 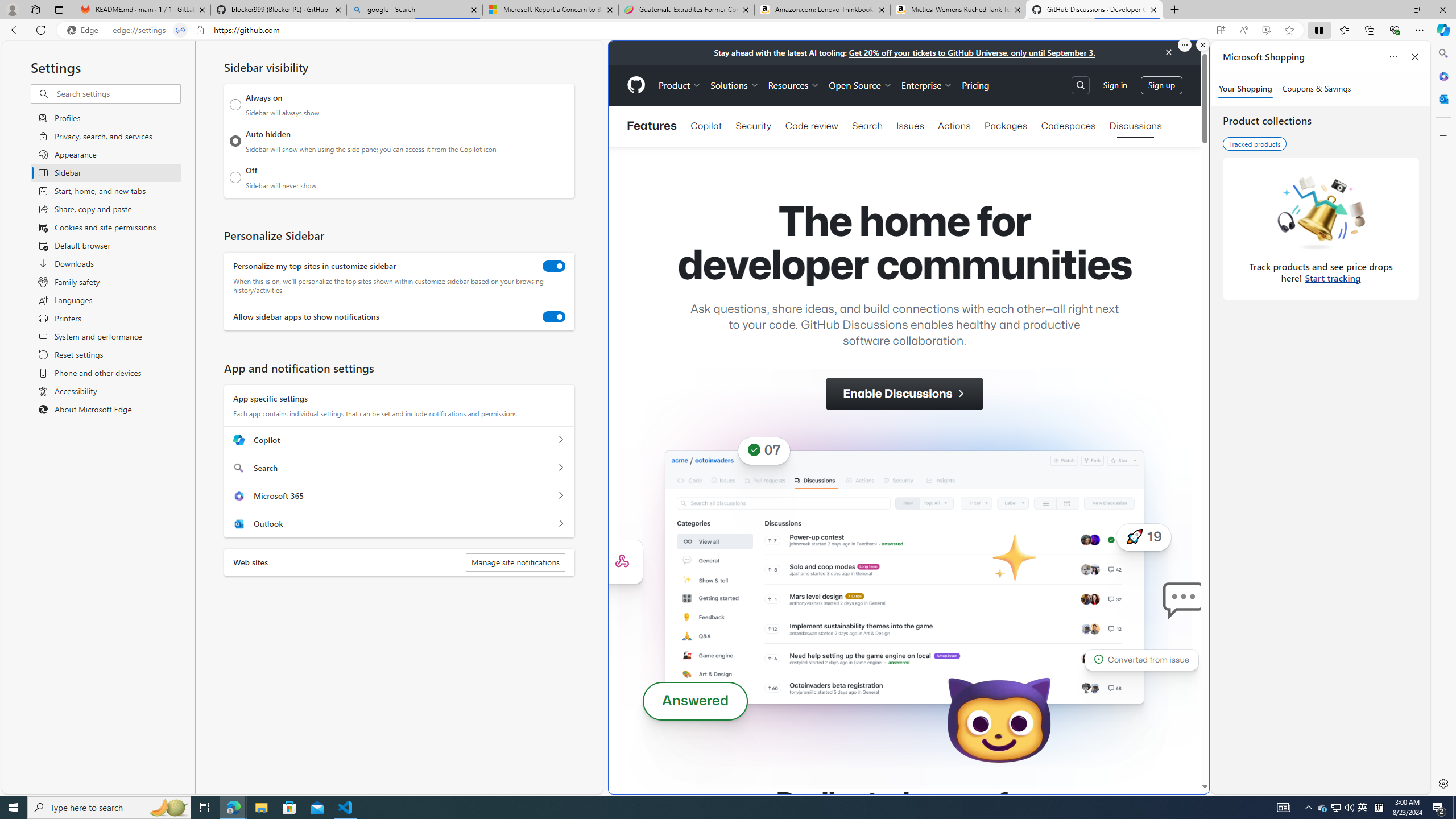 What do you see at coordinates (927, 85) in the screenshot?
I see `'Enterprise'` at bounding box center [927, 85].